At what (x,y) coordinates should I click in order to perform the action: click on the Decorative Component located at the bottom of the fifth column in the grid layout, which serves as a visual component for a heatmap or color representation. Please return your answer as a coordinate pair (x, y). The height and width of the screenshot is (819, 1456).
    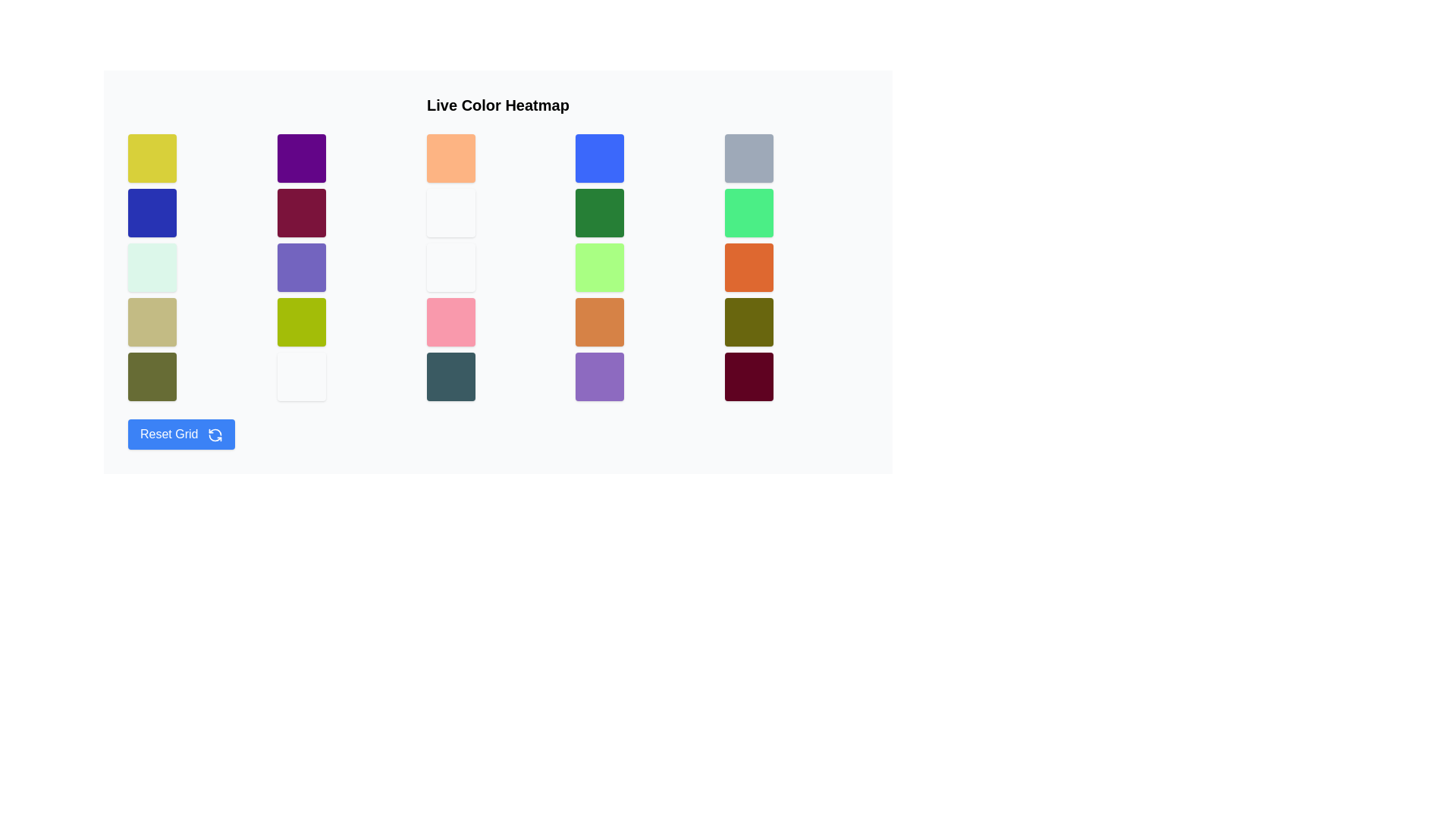
    Looking at the image, I should click on (749, 376).